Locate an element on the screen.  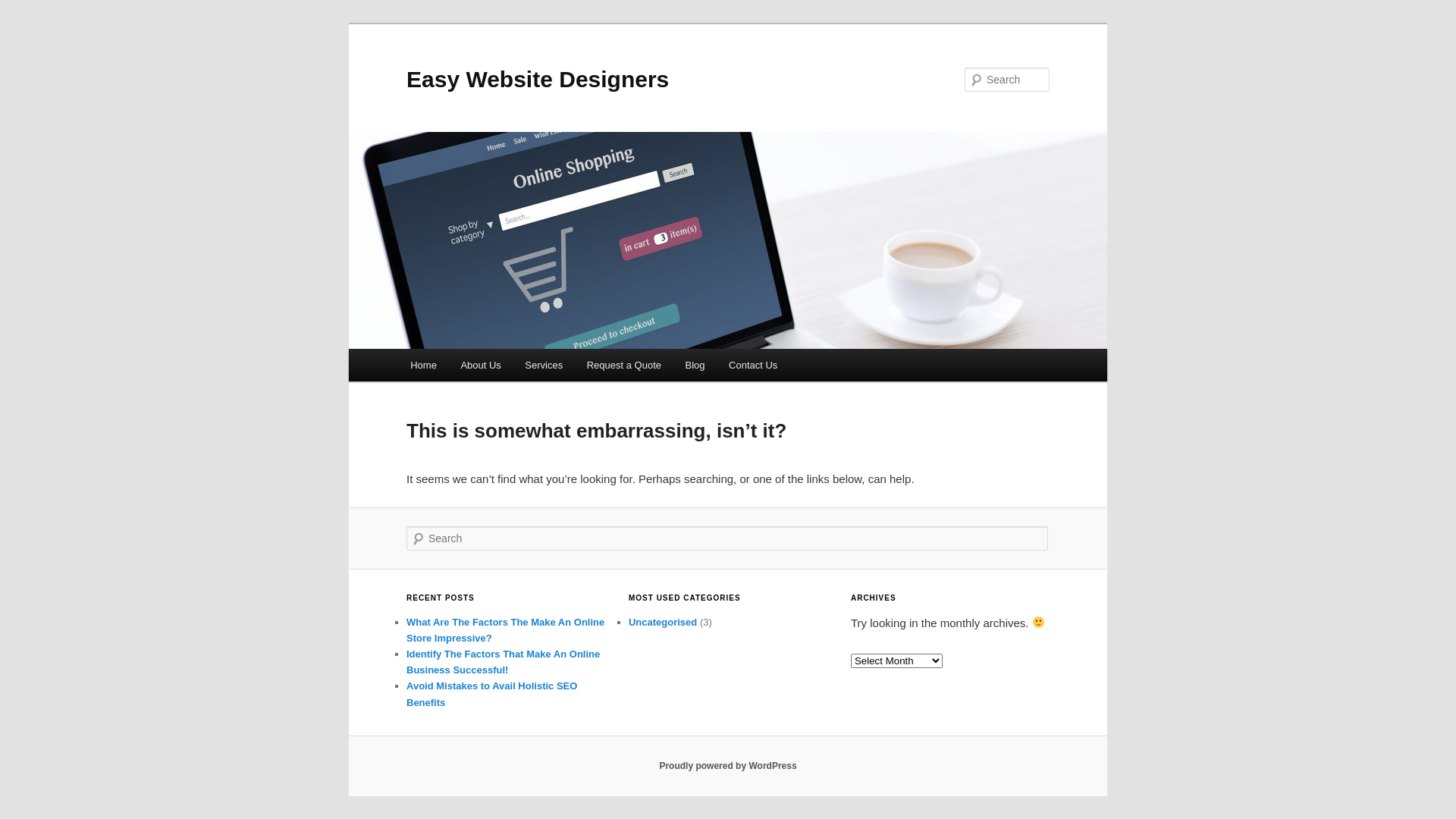
'Blog' is located at coordinates (694, 365).